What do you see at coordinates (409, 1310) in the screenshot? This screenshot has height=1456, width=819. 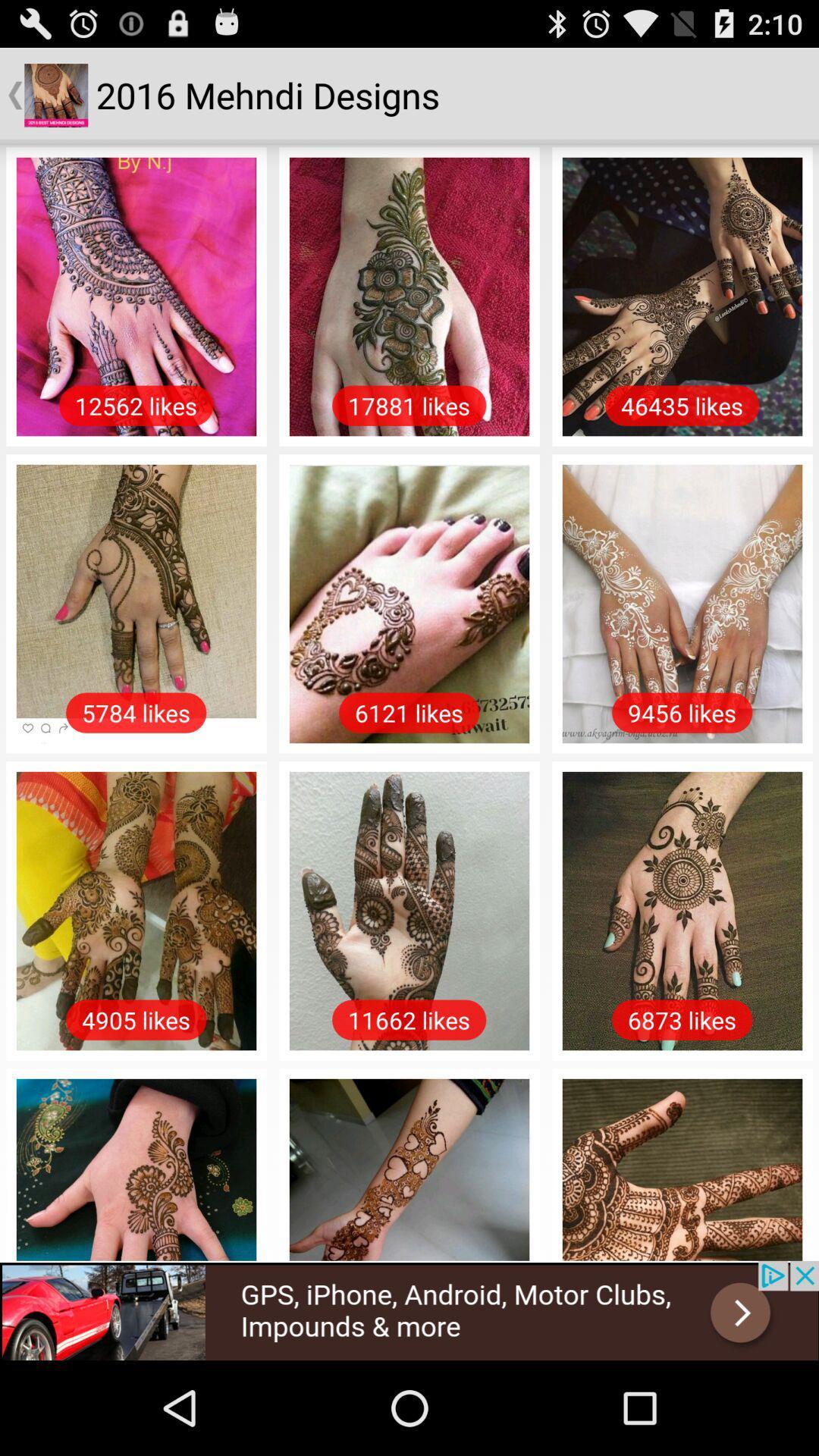 I see `space where you access advertising` at bounding box center [409, 1310].